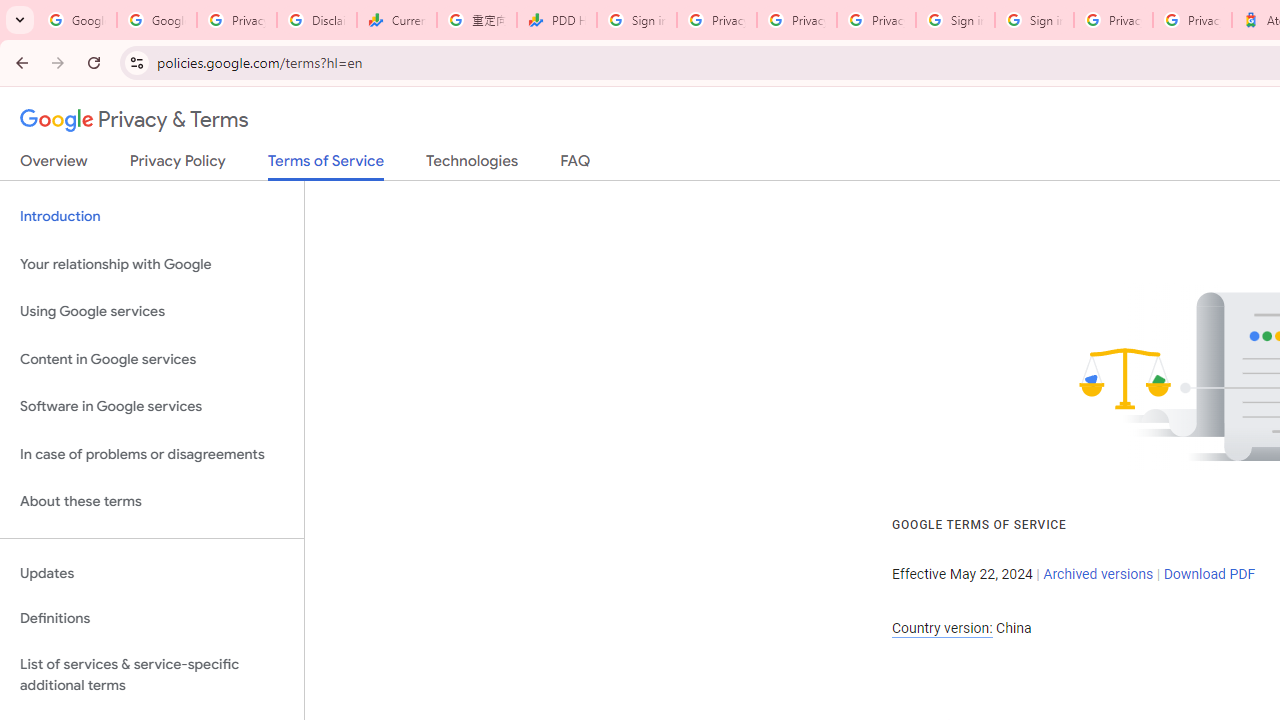 This screenshot has width=1280, height=720. Describe the element at coordinates (1097, 574) in the screenshot. I see `'Archived versions'` at that location.